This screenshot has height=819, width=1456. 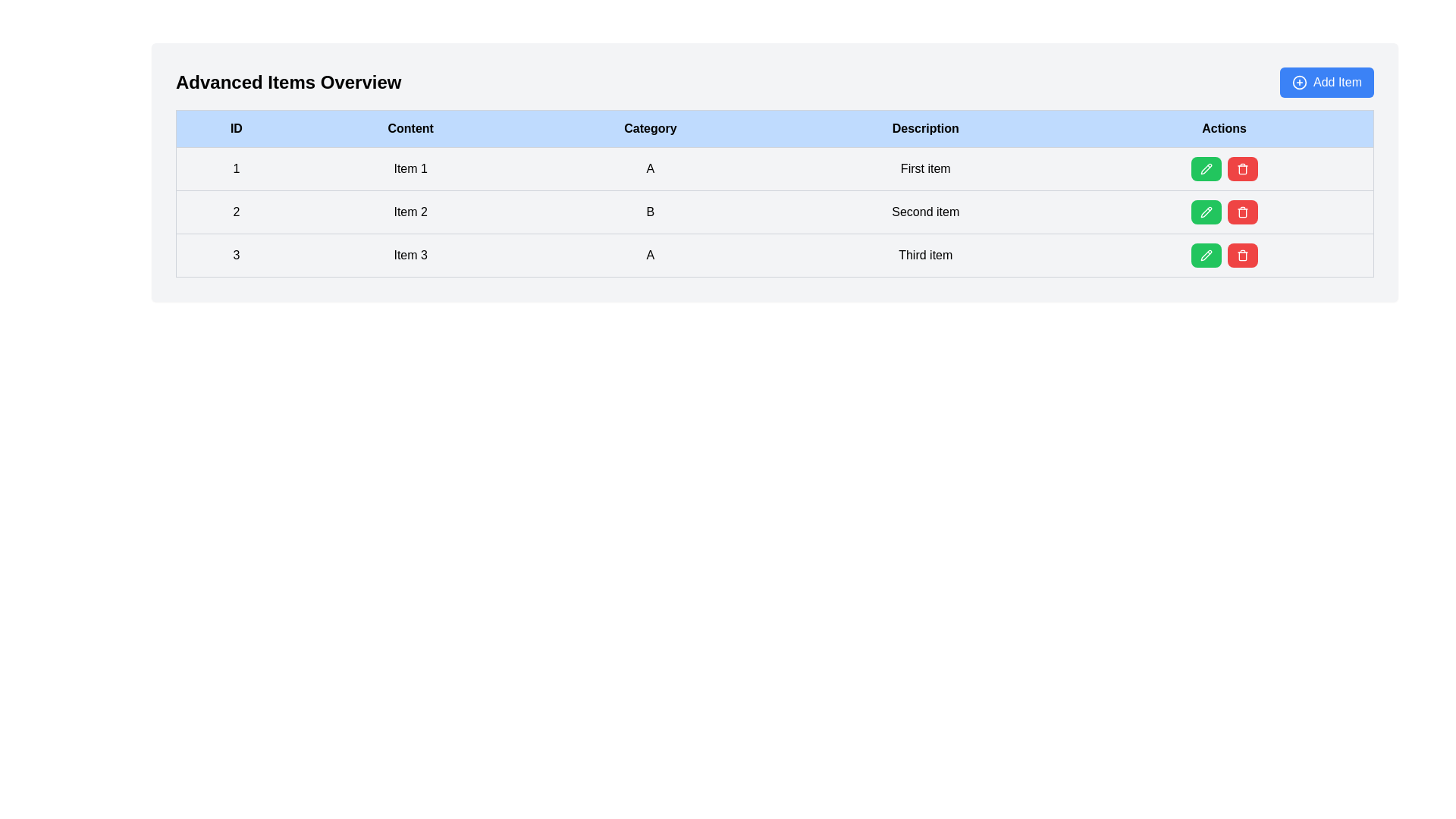 I want to click on the Trash Icon located in the Actions column of the last row in the table to initiate a delete action, so click(x=1242, y=169).